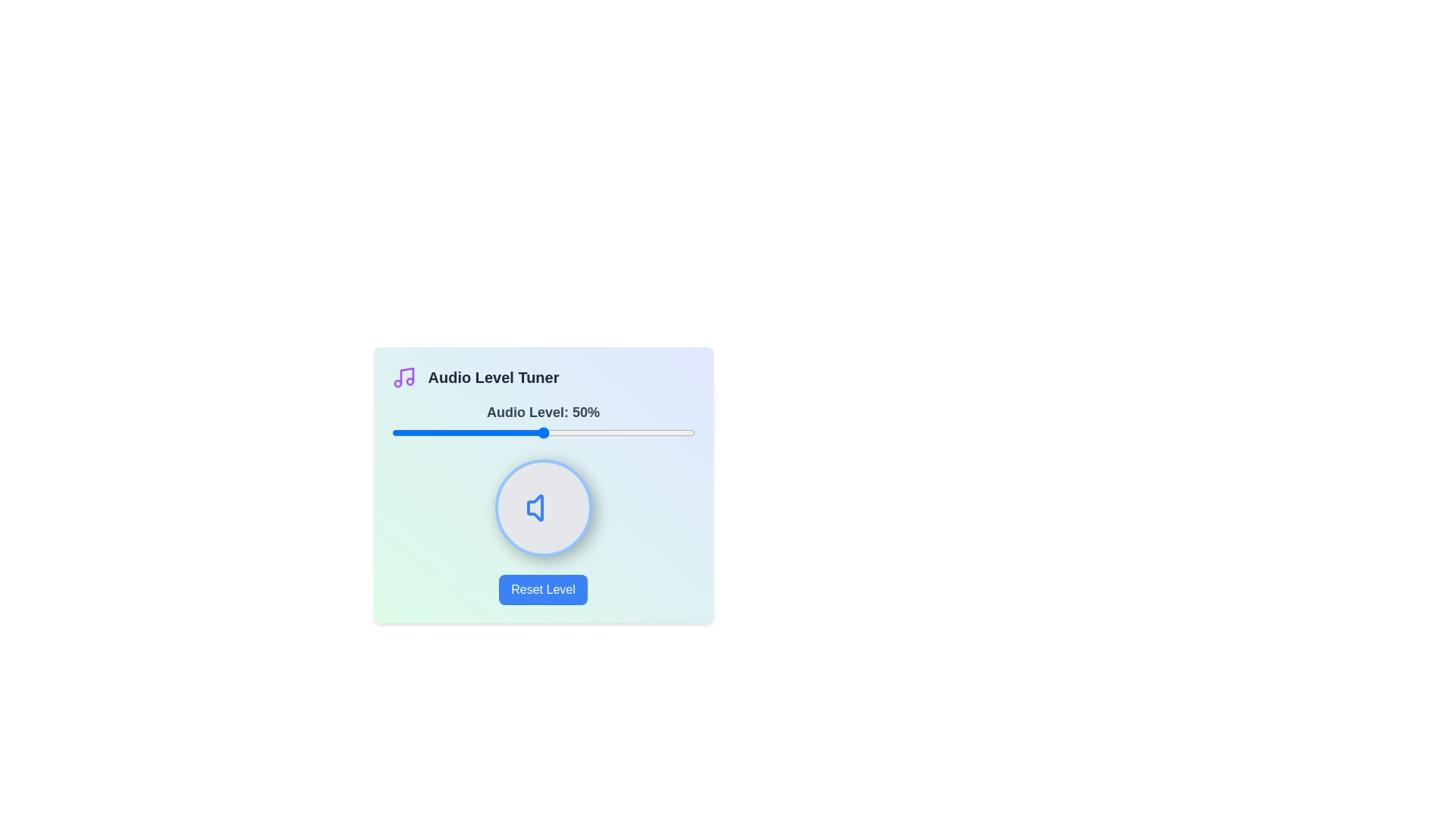 Image resolution: width=1456 pixels, height=819 pixels. What do you see at coordinates (548, 432) in the screenshot?
I see `the audio level to 52% by dragging the slider` at bounding box center [548, 432].